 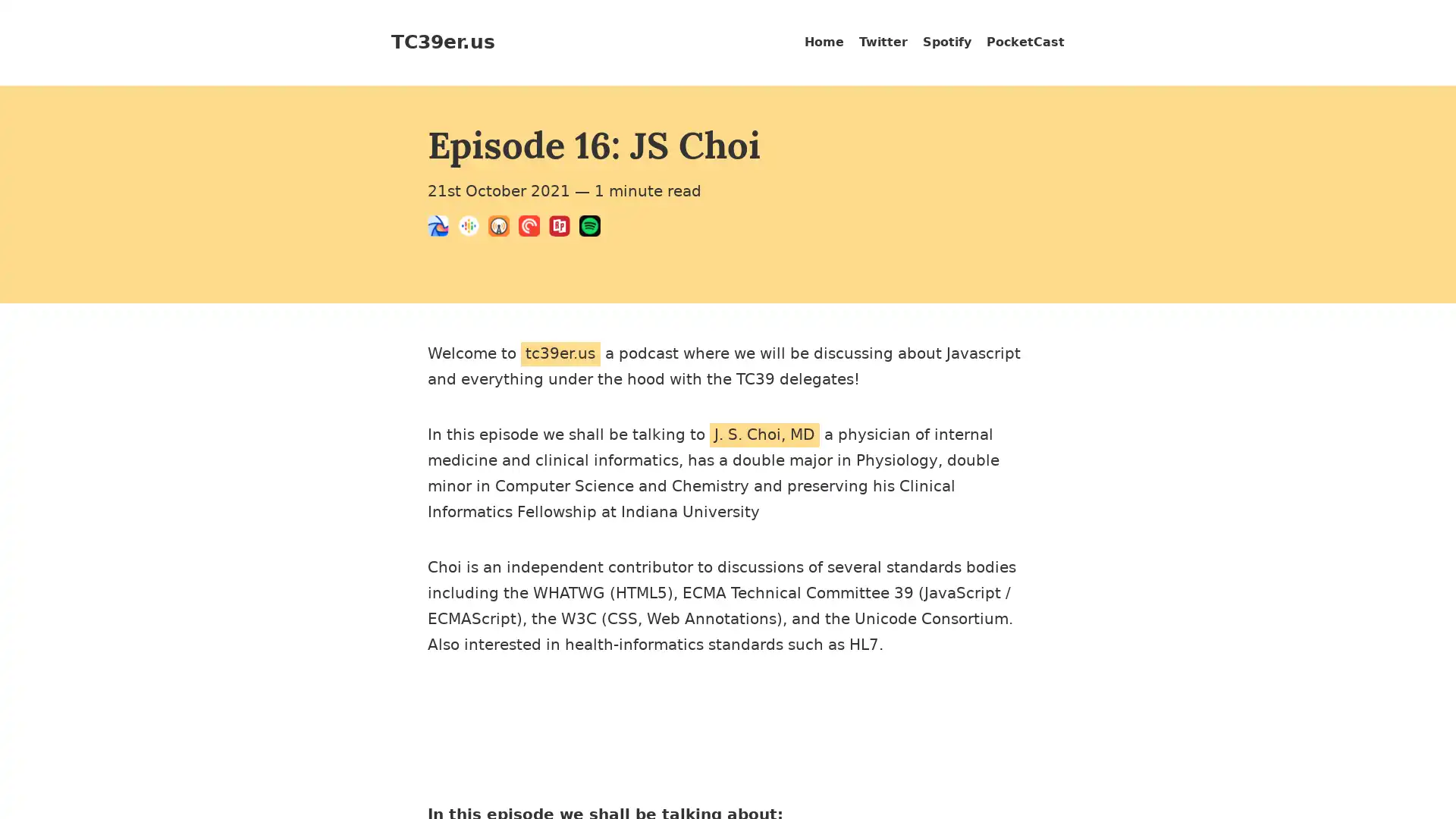 What do you see at coordinates (442, 228) in the screenshot?
I see `Breaker Logo` at bounding box center [442, 228].